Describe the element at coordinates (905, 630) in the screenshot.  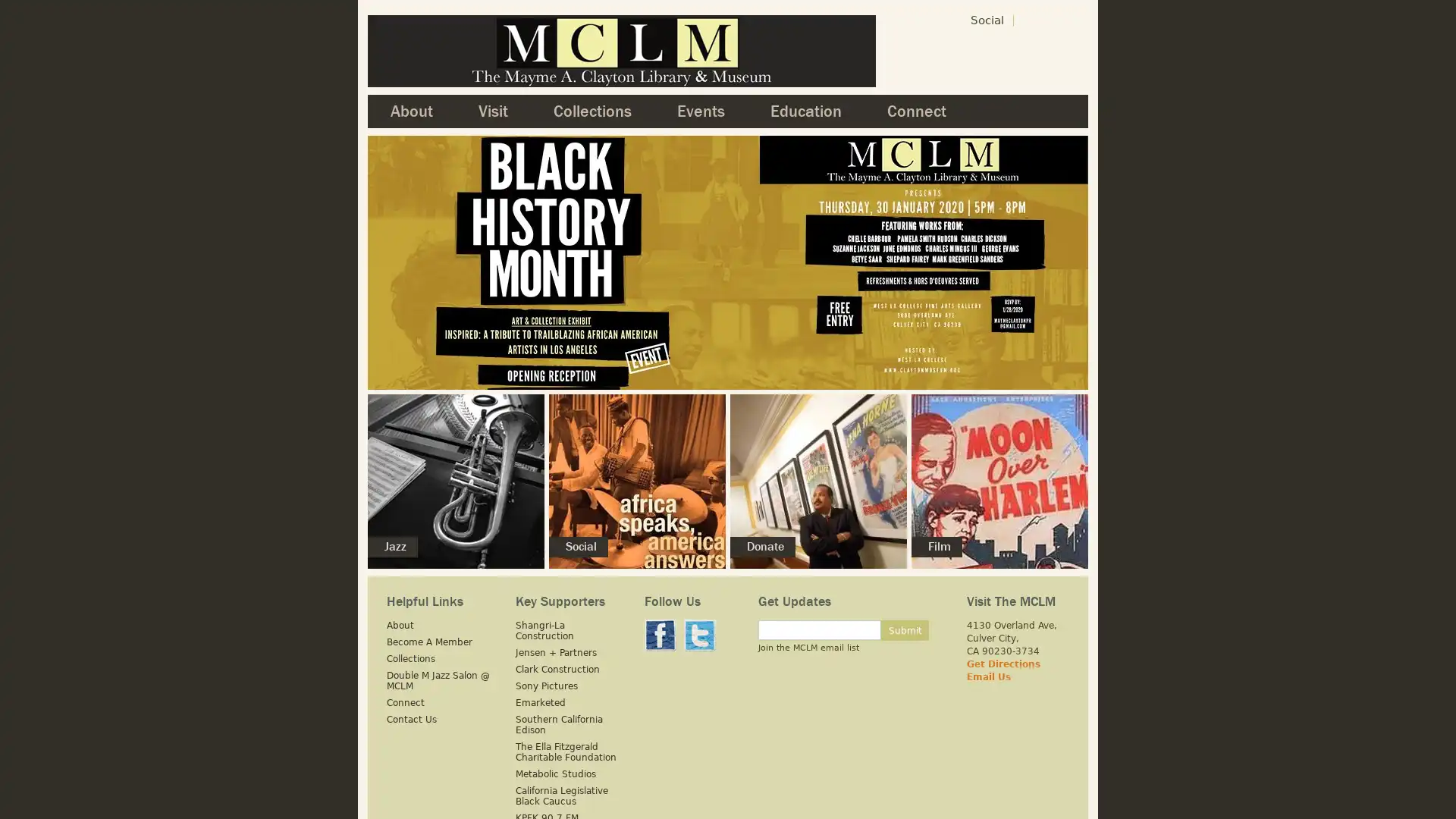
I see `Submit` at that location.